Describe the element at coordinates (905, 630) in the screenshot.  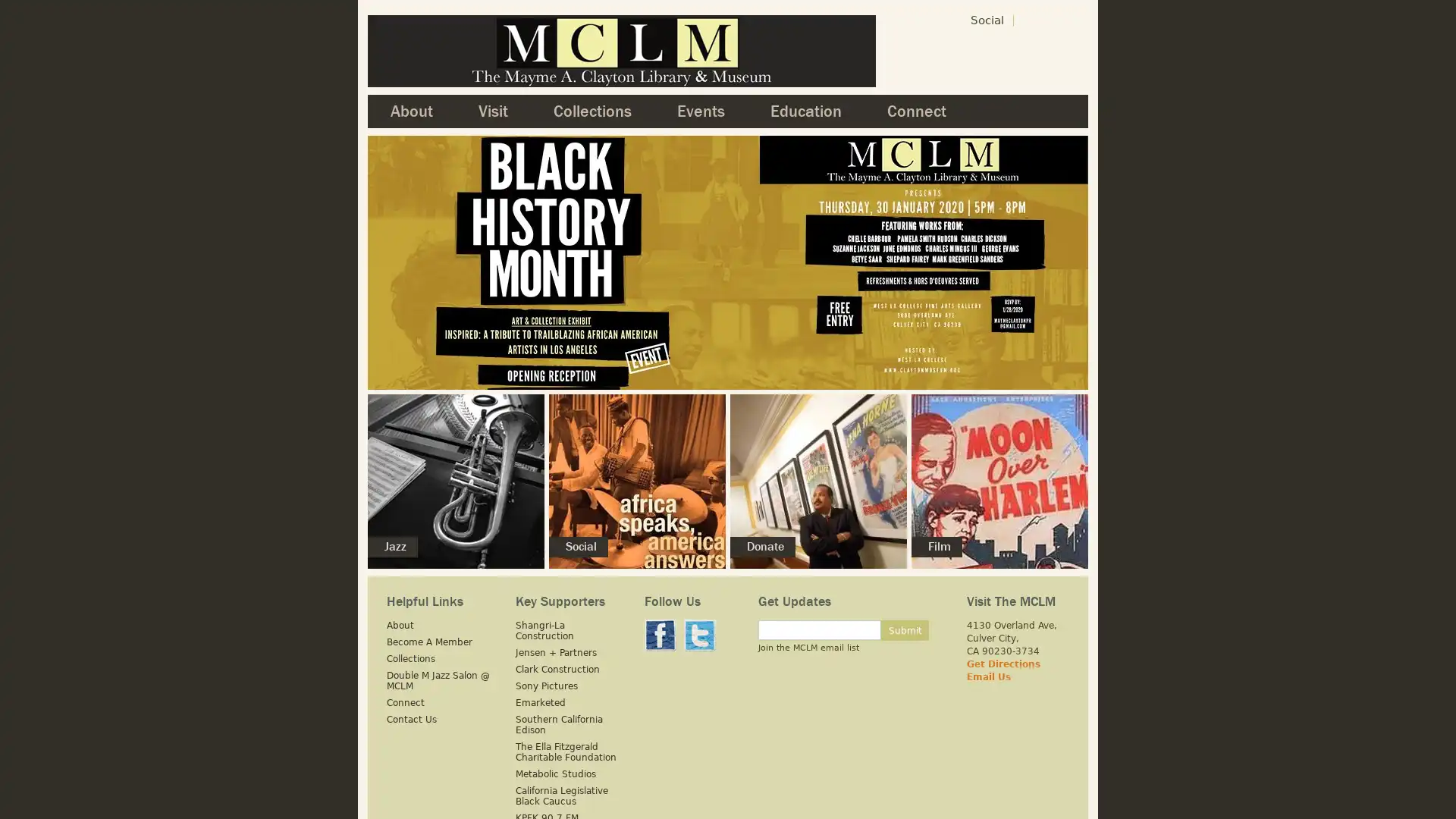
I see `Submit` at that location.